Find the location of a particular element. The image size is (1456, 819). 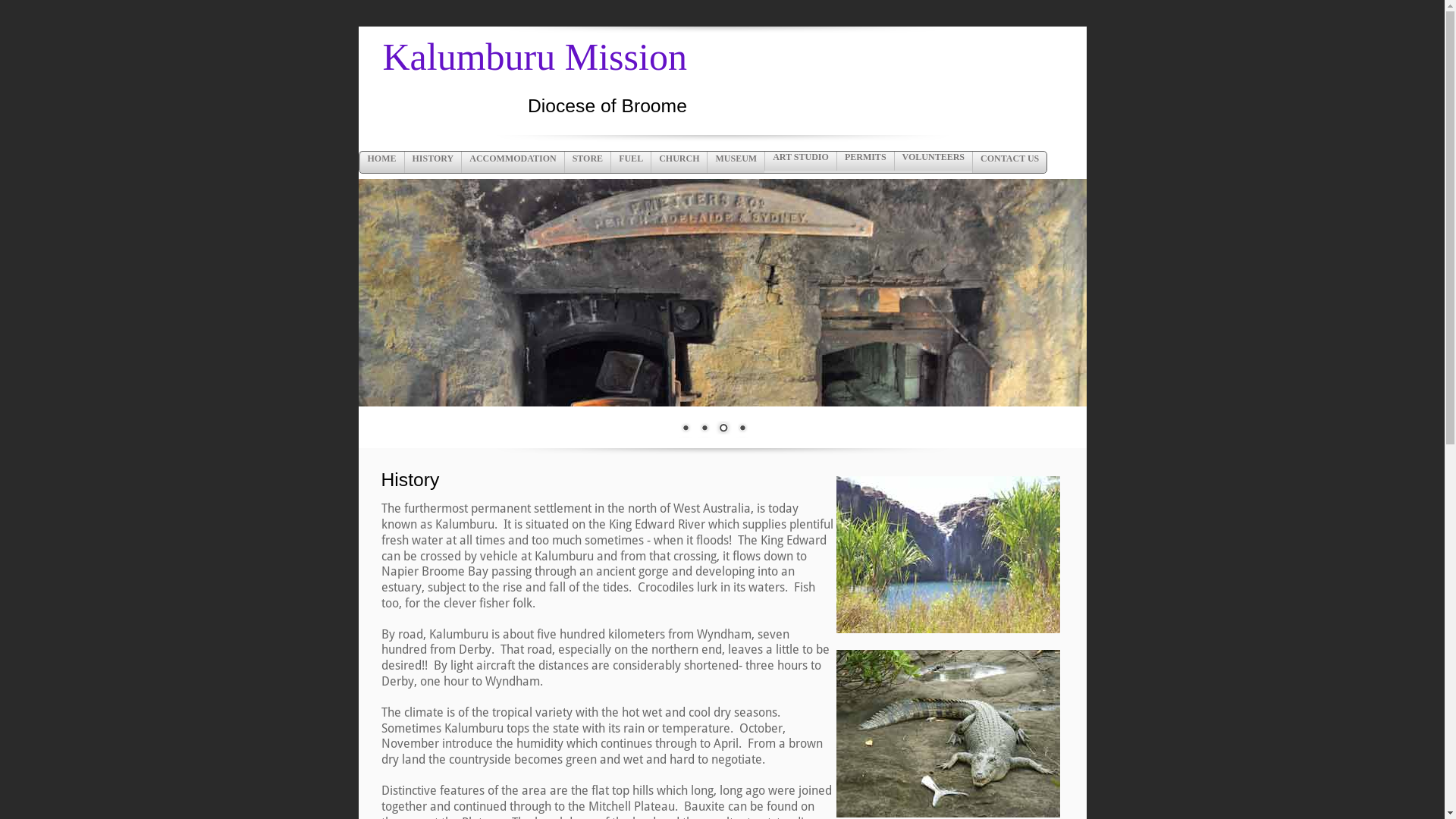

'PERMITS' is located at coordinates (865, 161).